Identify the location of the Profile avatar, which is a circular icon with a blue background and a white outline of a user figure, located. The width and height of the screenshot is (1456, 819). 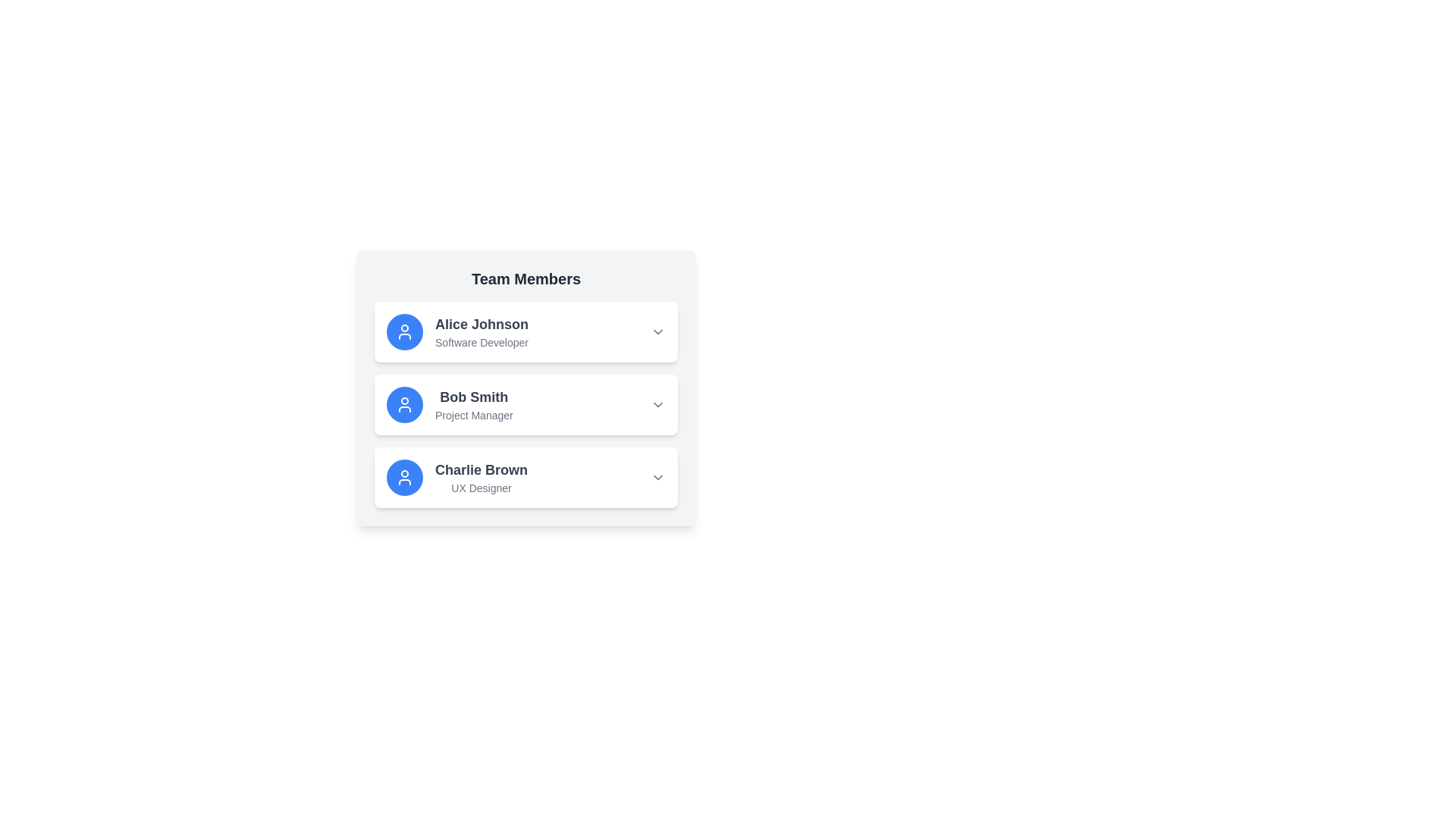
(404, 476).